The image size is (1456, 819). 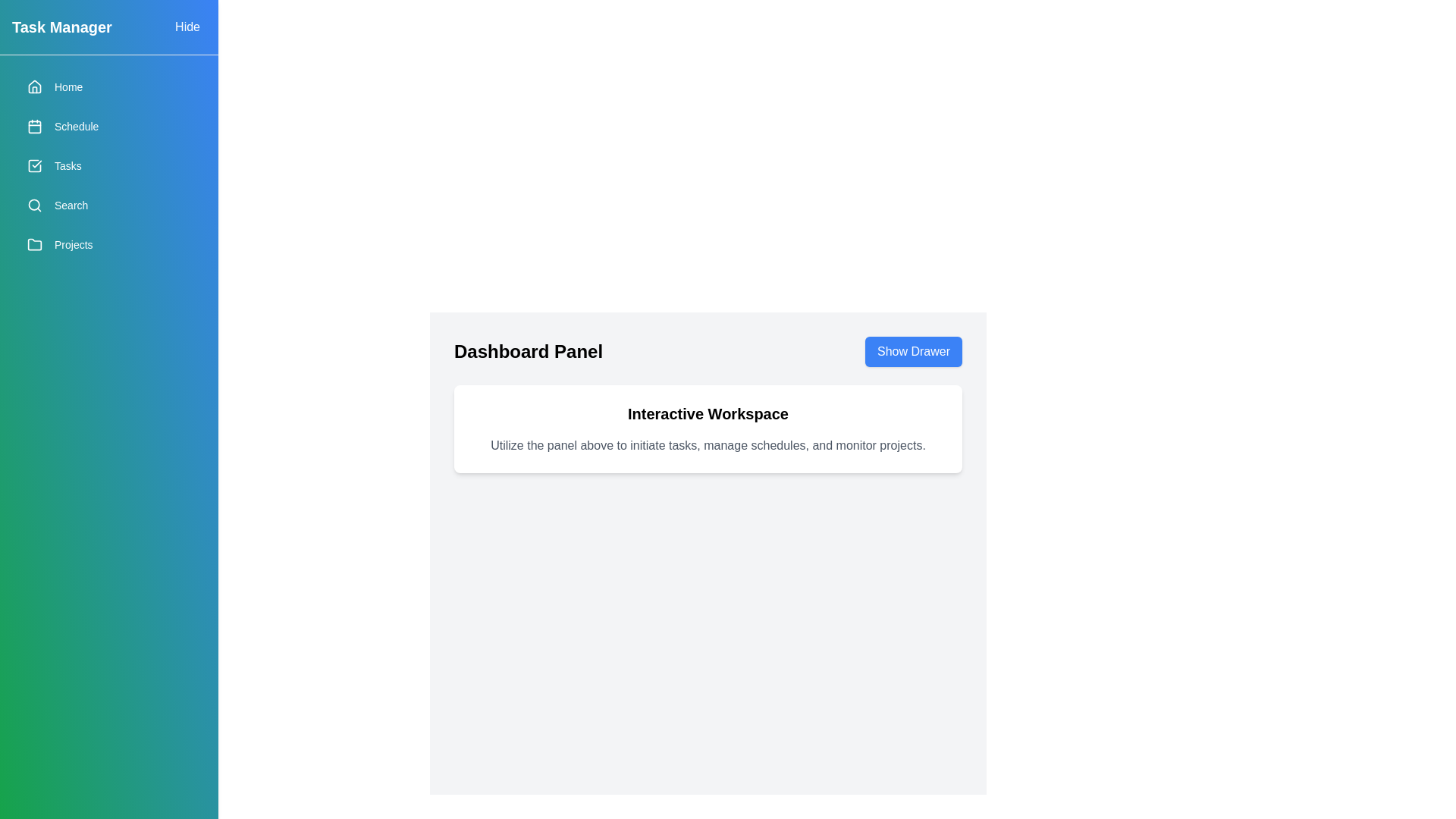 What do you see at coordinates (912, 351) in the screenshot?
I see `the 'Show Drawer' button to open the drawer` at bounding box center [912, 351].